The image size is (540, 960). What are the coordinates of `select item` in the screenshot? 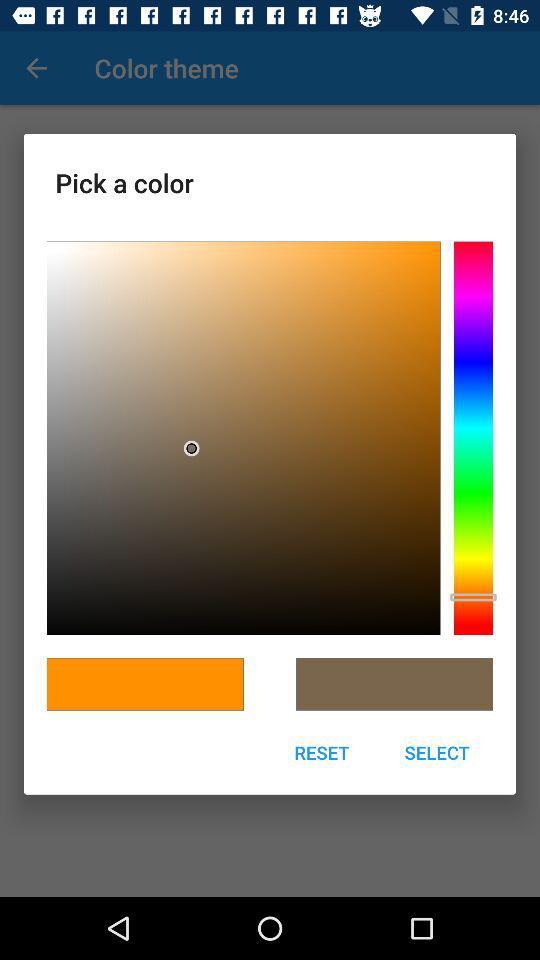 It's located at (436, 751).